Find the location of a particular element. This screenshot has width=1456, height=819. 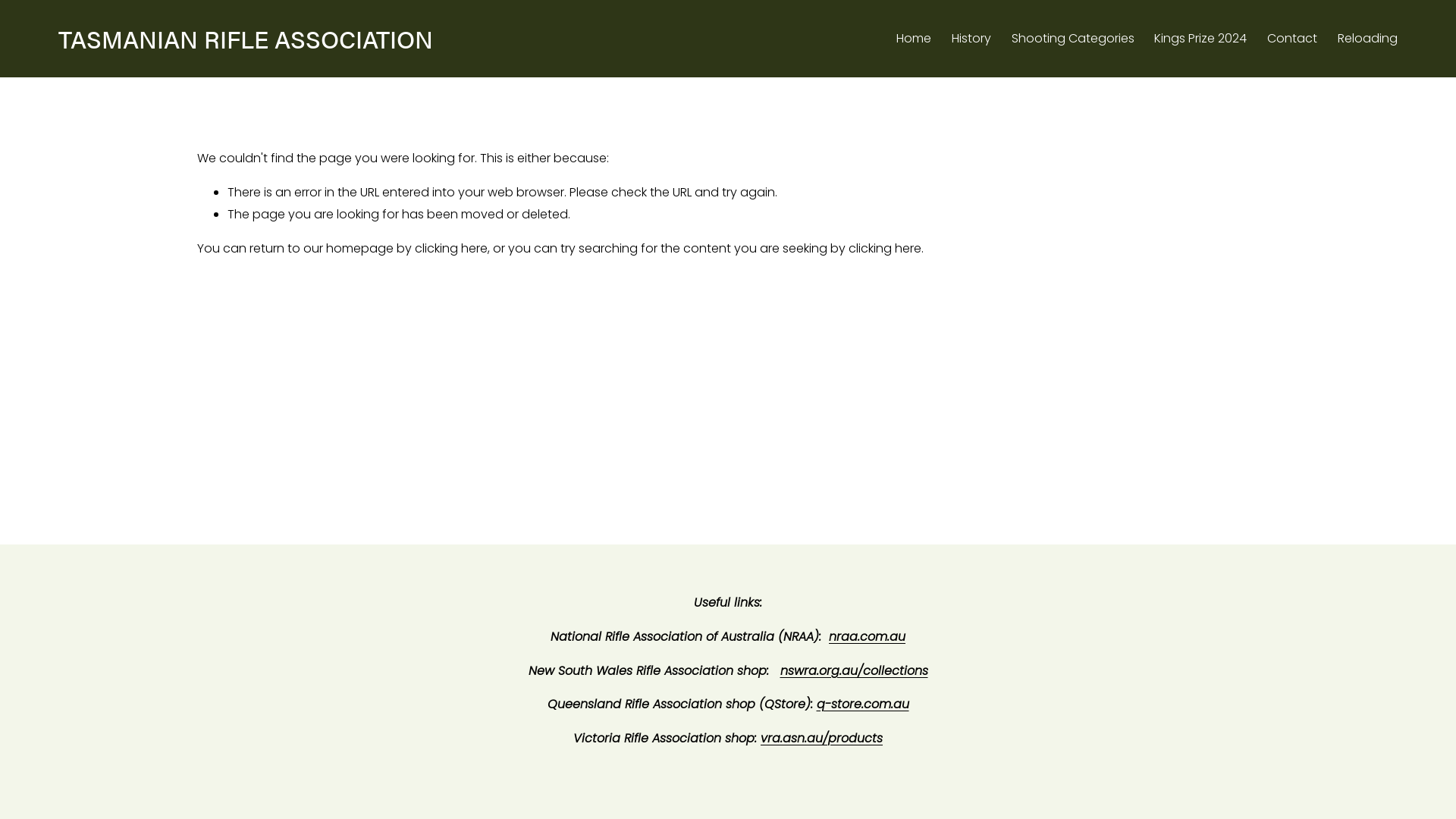

'Shooting Categories' is located at coordinates (1072, 37).